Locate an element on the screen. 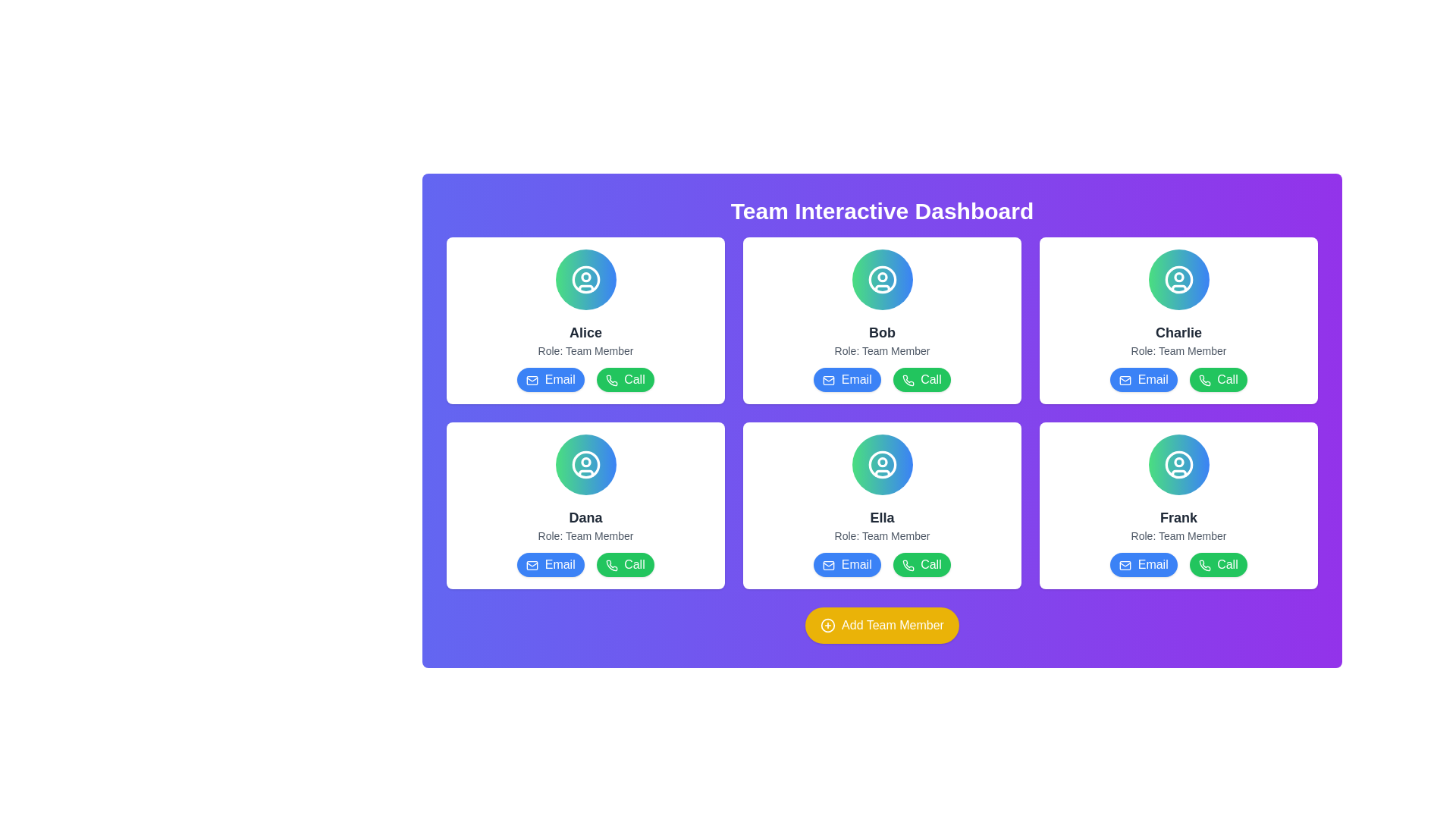 The height and width of the screenshot is (819, 1456). the envelope icon within the 'Email' button is located at coordinates (828, 379).